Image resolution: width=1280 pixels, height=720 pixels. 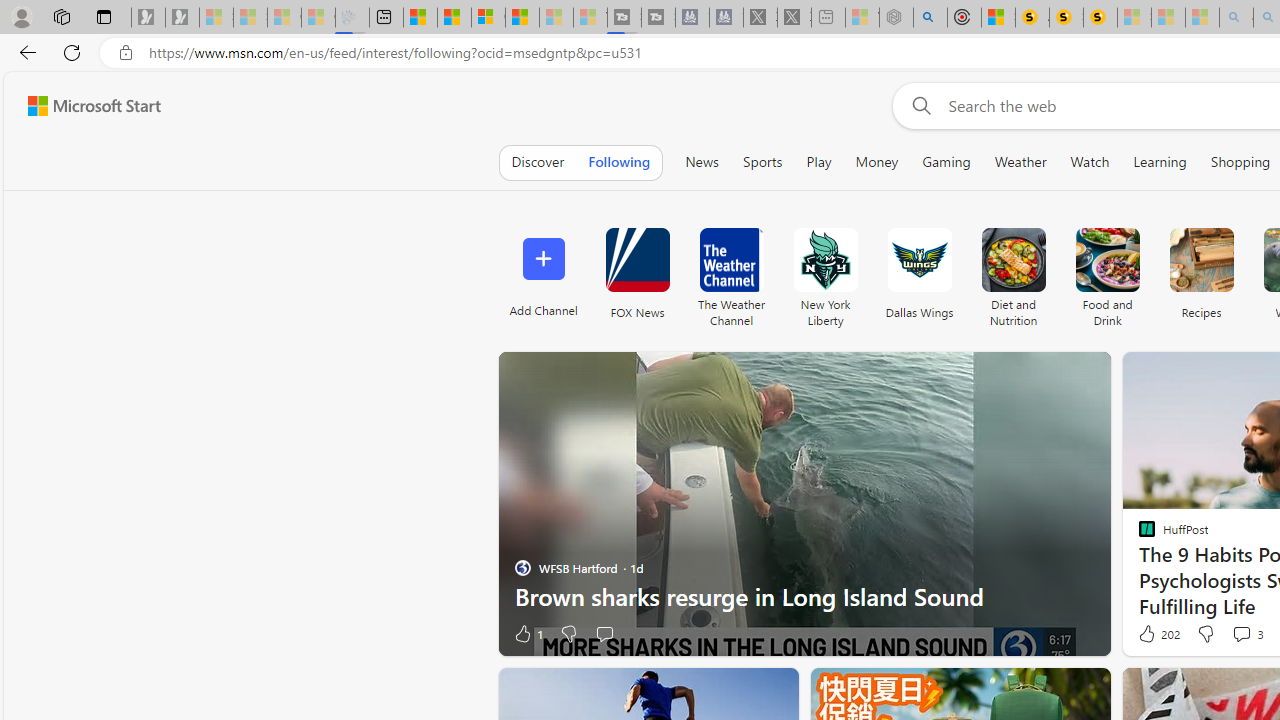 I want to click on 'Gaming', so click(x=945, y=161).